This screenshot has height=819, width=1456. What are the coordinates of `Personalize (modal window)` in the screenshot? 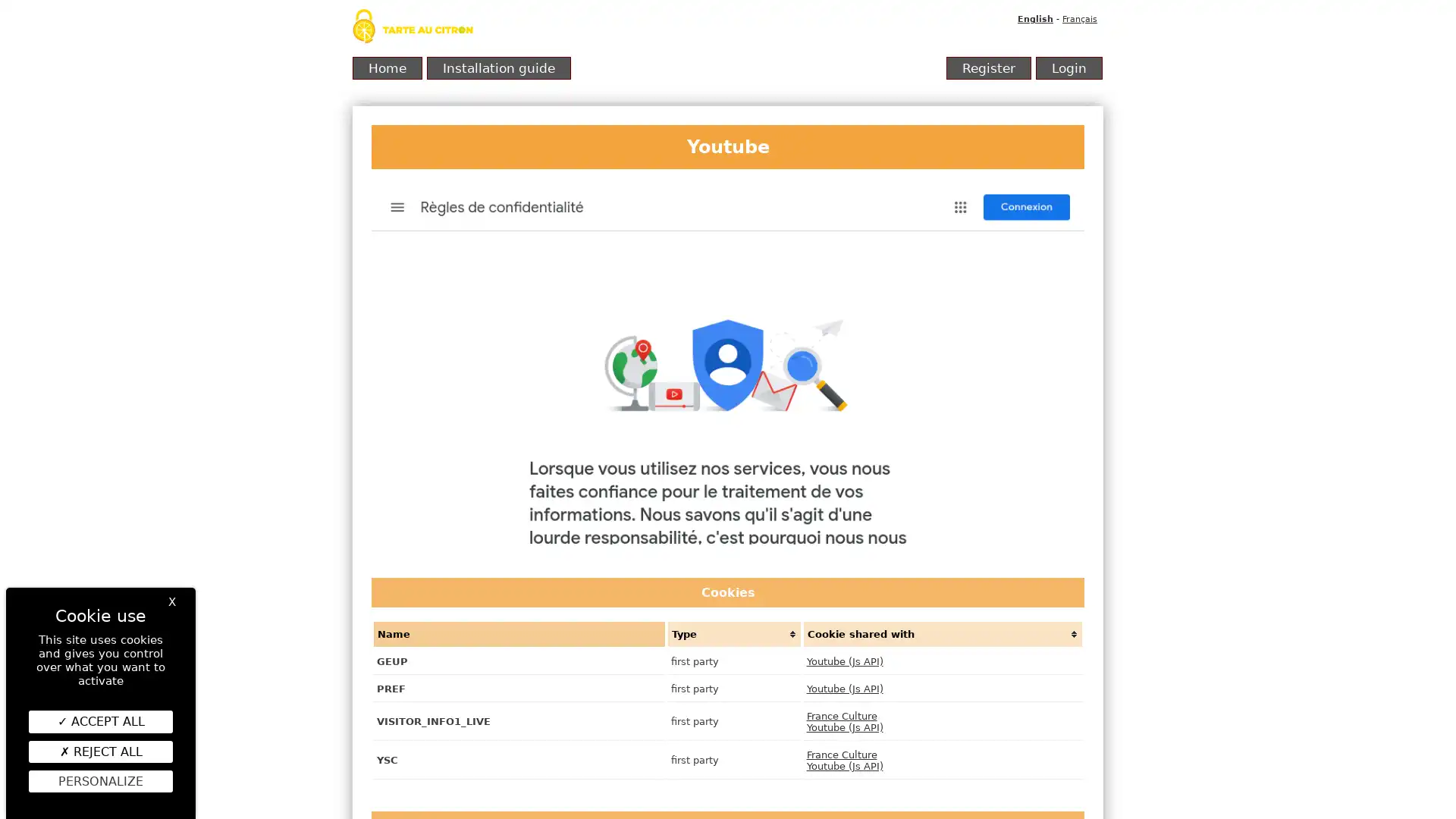 It's located at (100, 780).